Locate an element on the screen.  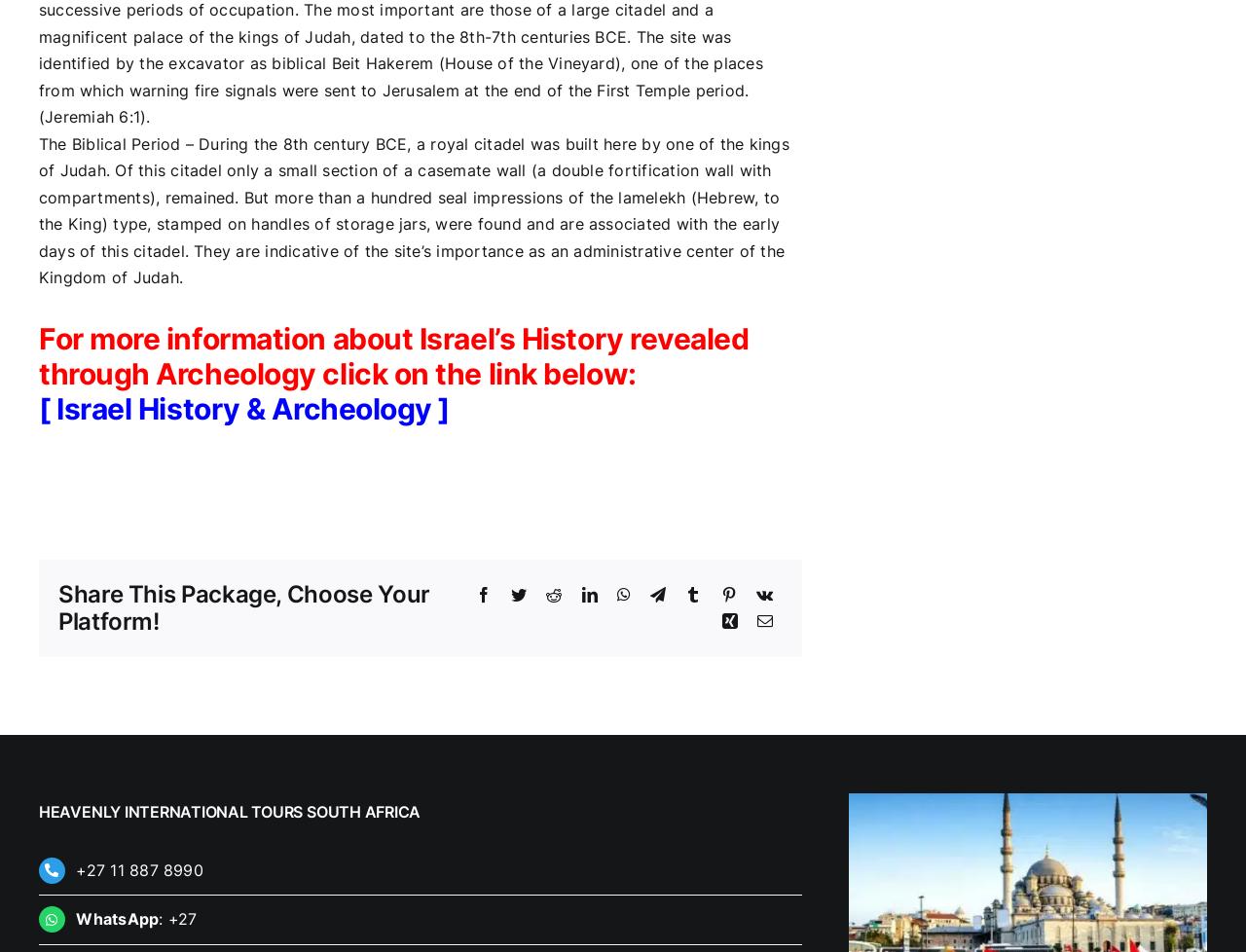
'+27 11 887 8990' is located at coordinates (137, 868).